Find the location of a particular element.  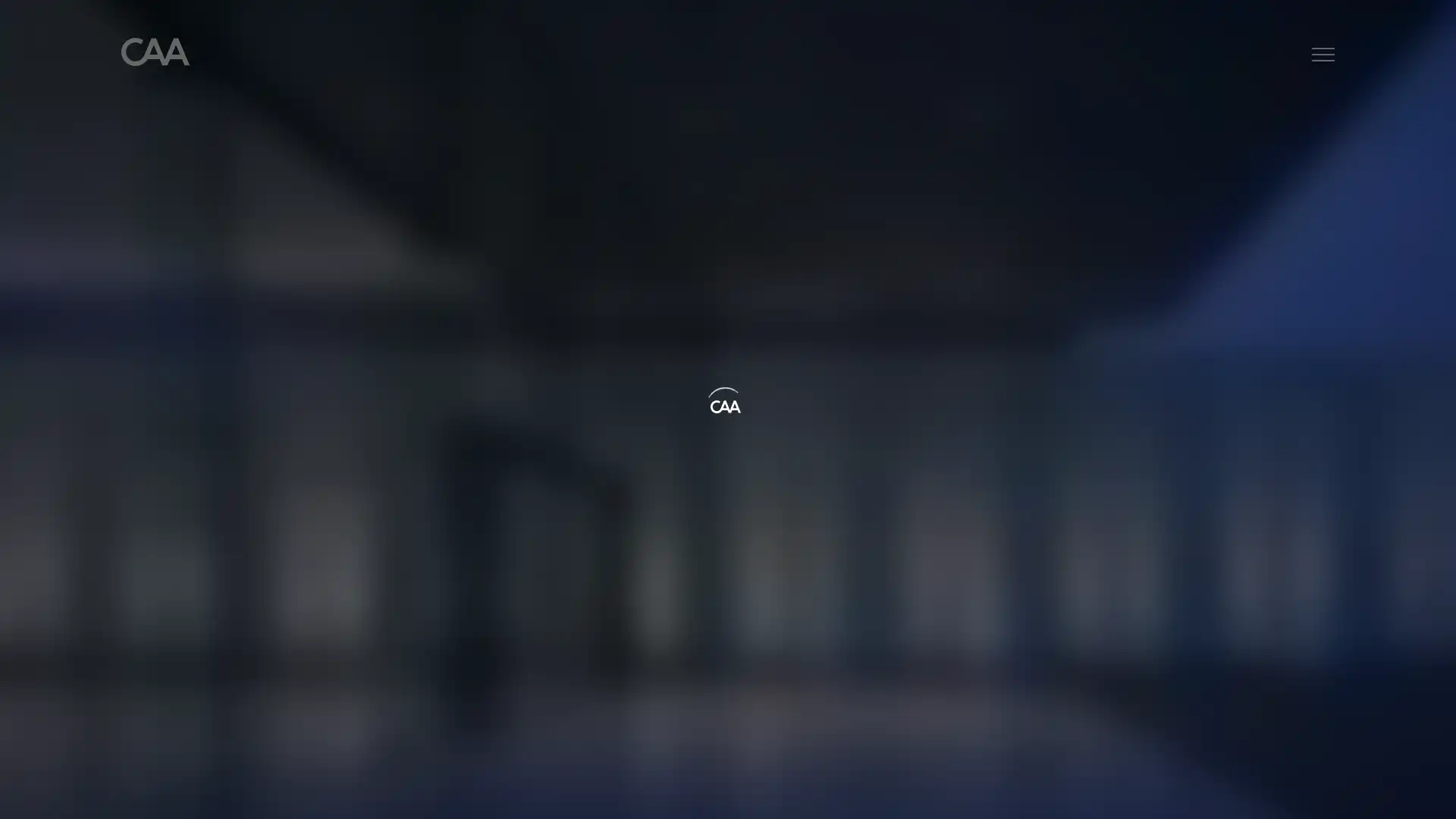

Accept All Cookies is located at coordinates (1169, 795).